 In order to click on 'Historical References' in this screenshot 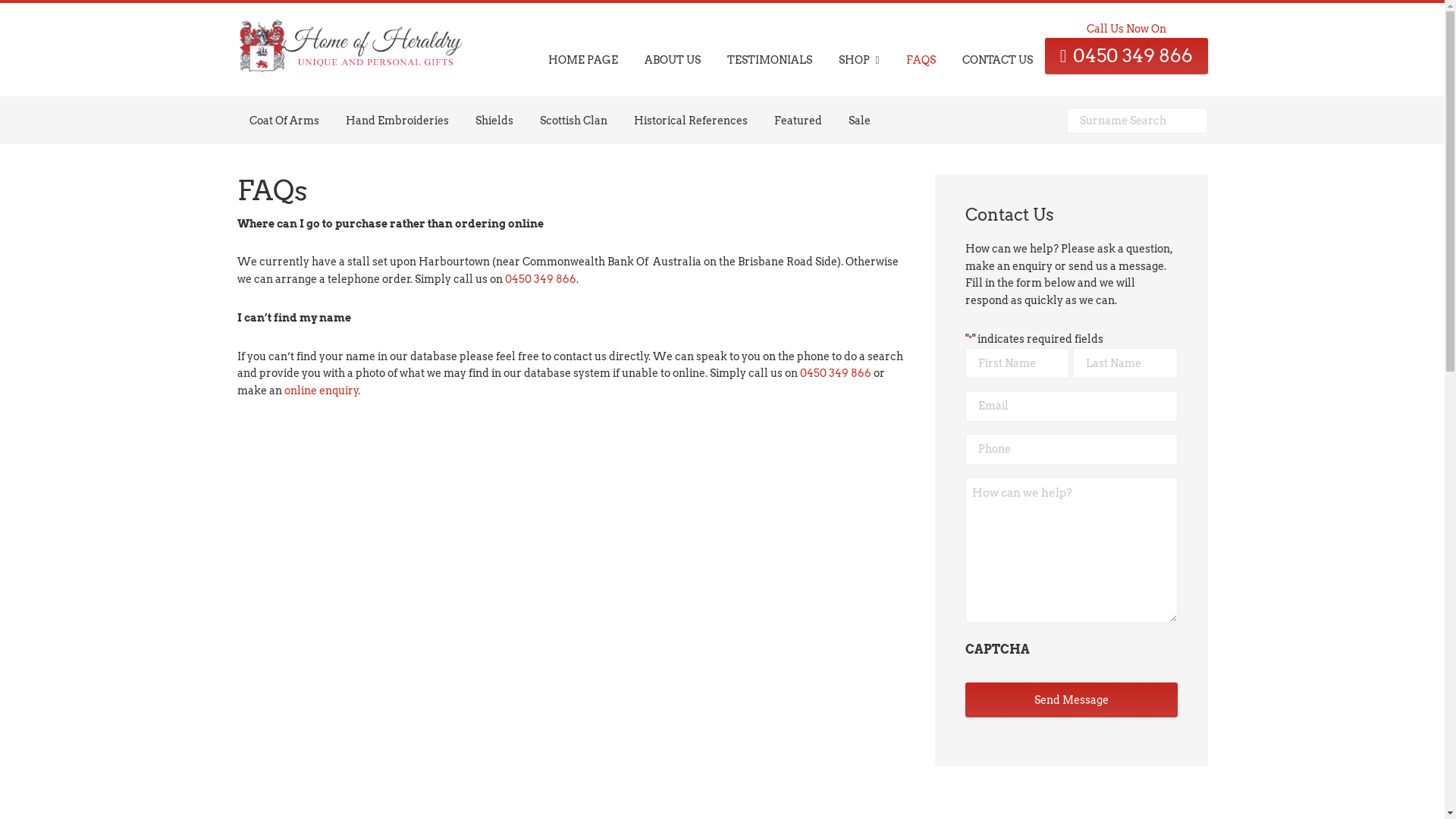, I will do `click(690, 119)`.